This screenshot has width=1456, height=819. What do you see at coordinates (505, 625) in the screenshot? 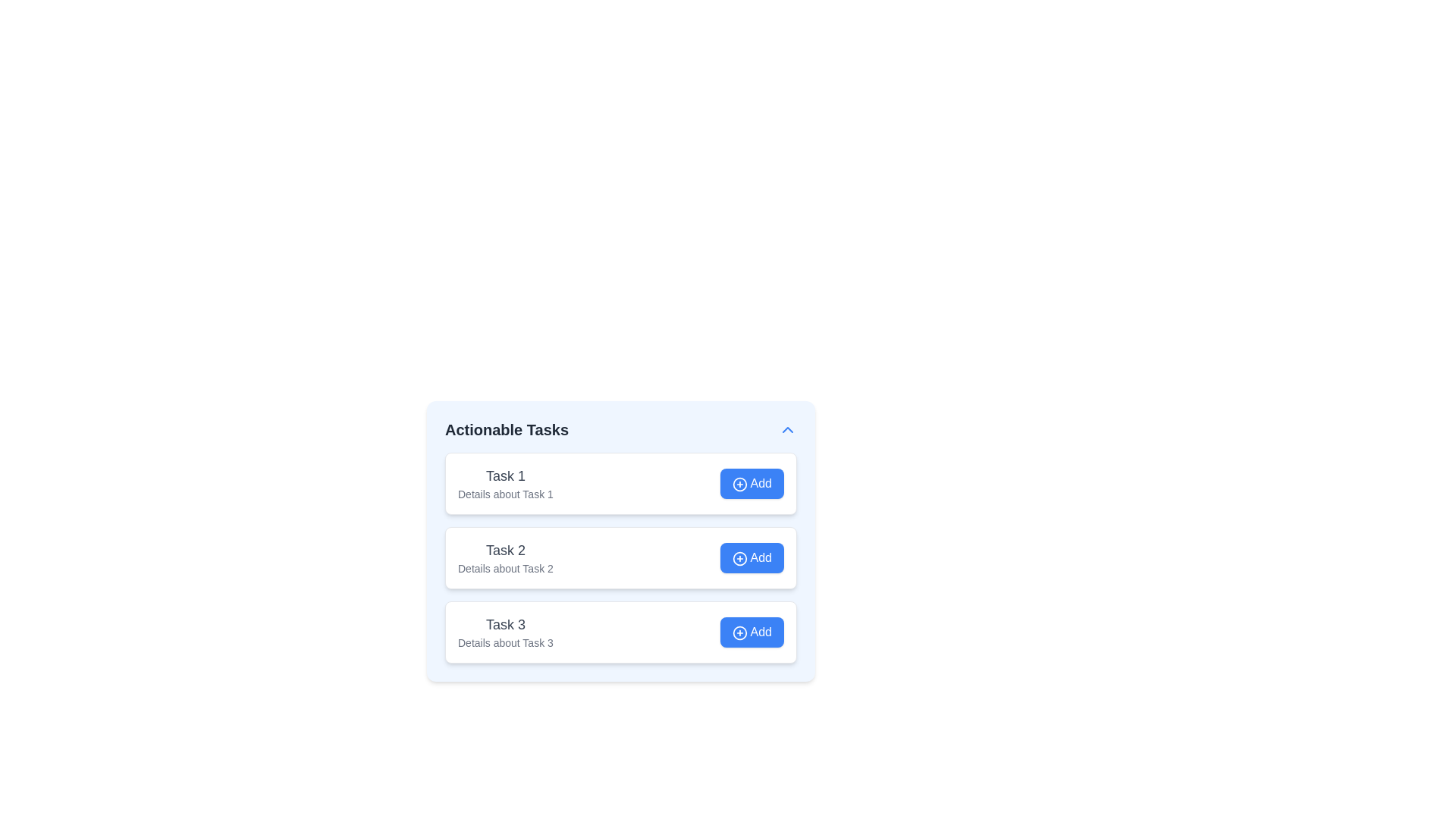
I see `text content of the text label displaying 'Task 3' located at the bottom of the actionable tasks section, within a visually distinct card` at bounding box center [505, 625].